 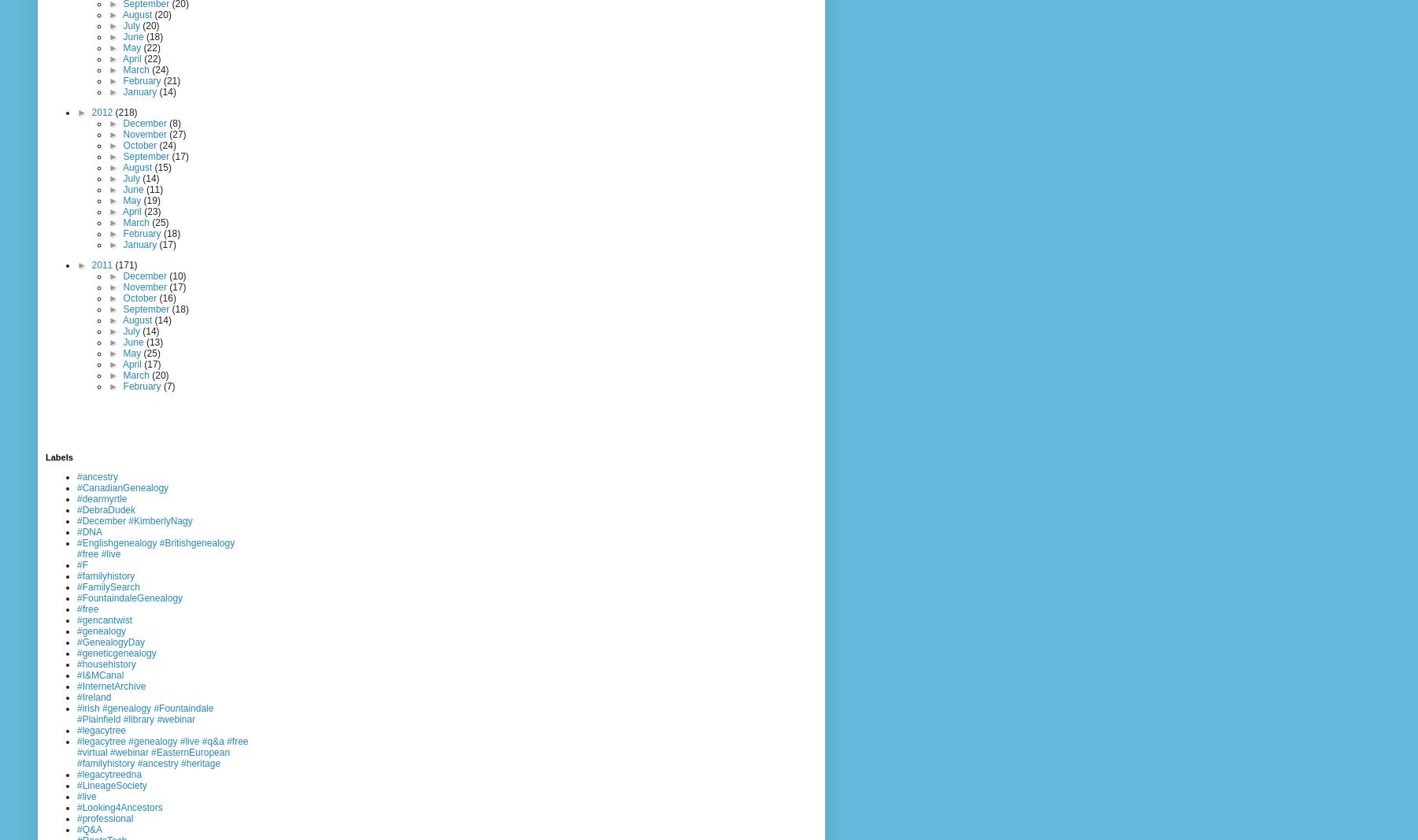 I want to click on '#DebraDudek', so click(x=106, y=509).